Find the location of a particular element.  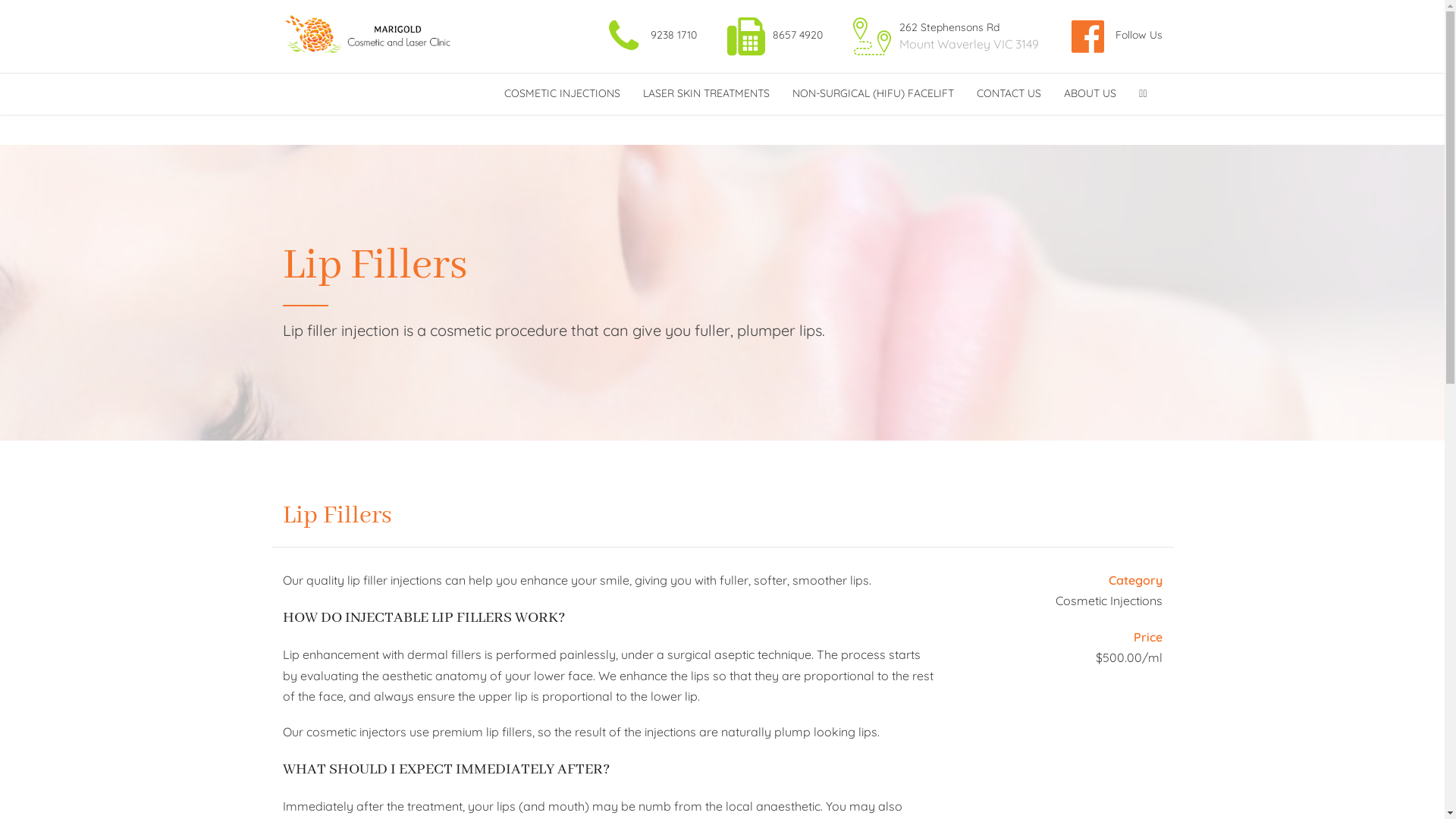

'NON-SURGICAL (HIFU) FACELIFT' is located at coordinates (873, 93).